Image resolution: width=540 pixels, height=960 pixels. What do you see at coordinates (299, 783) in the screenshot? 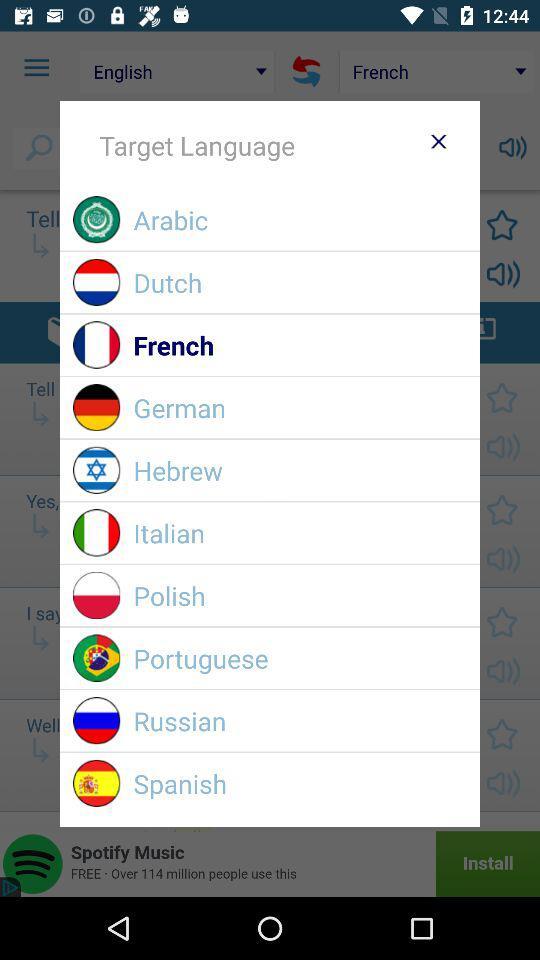
I see `the item below the russian item` at bounding box center [299, 783].